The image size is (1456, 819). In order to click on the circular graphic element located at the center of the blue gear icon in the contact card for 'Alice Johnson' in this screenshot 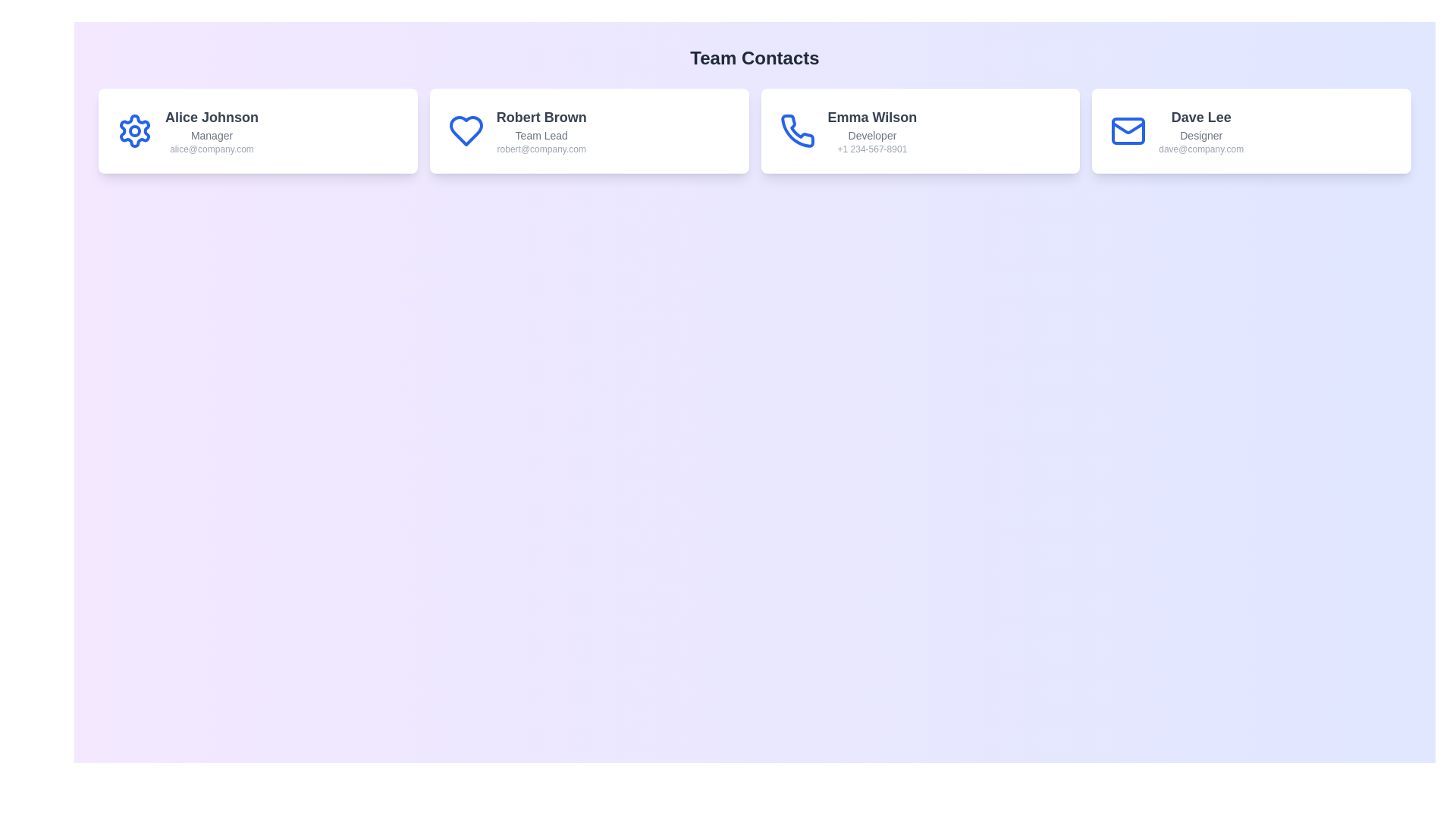, I will do `click(134, 130)`.